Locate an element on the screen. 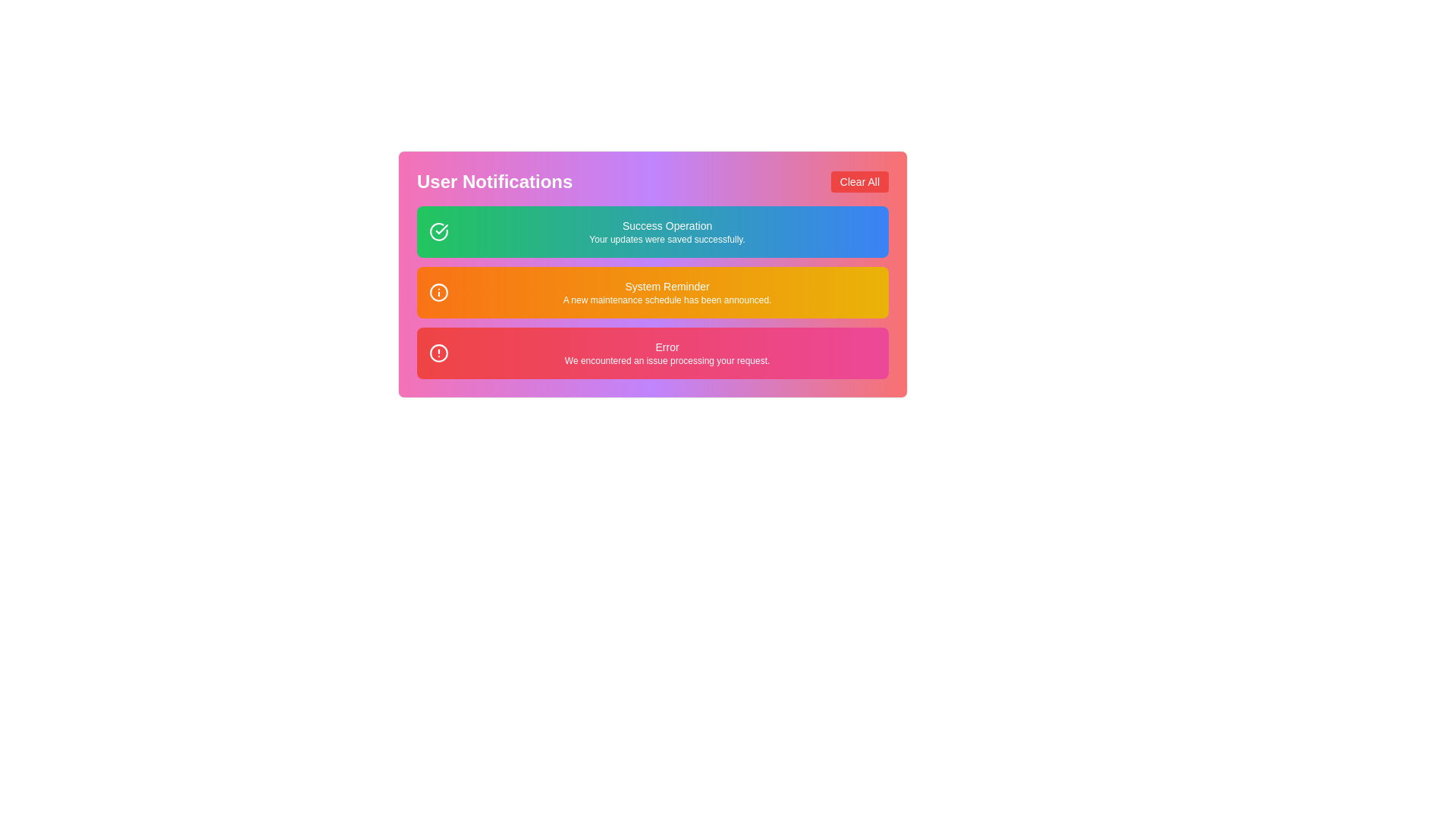 The image size is (1456, 819). the state of the circular alert icon with a prominent alert symbol, located at the leftmost part of the 'Error' notification section is located at coordinates (438, 353).